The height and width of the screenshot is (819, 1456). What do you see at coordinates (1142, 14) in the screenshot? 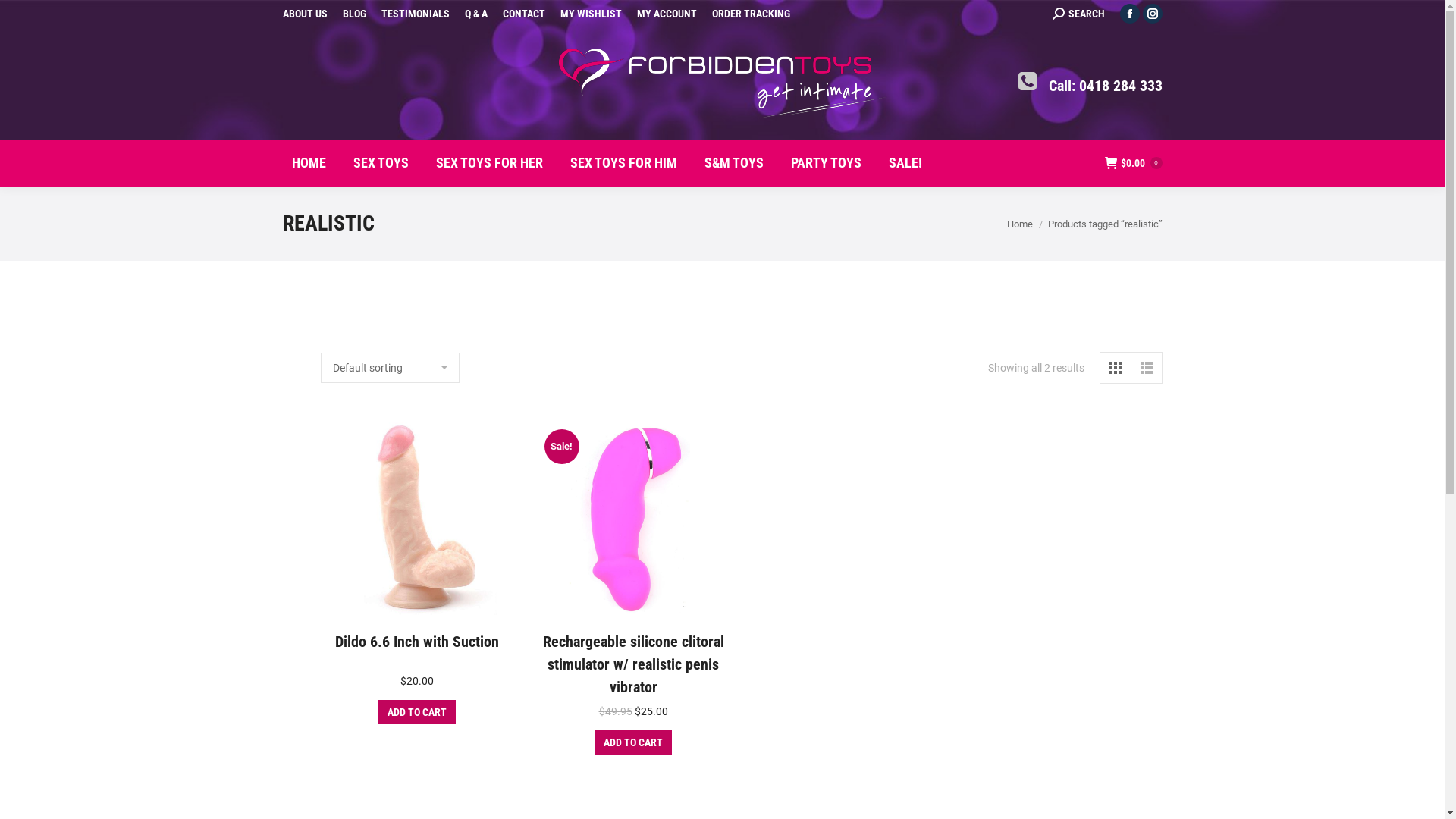
I see `'Instagram'` at bounding box center [1142, 14].